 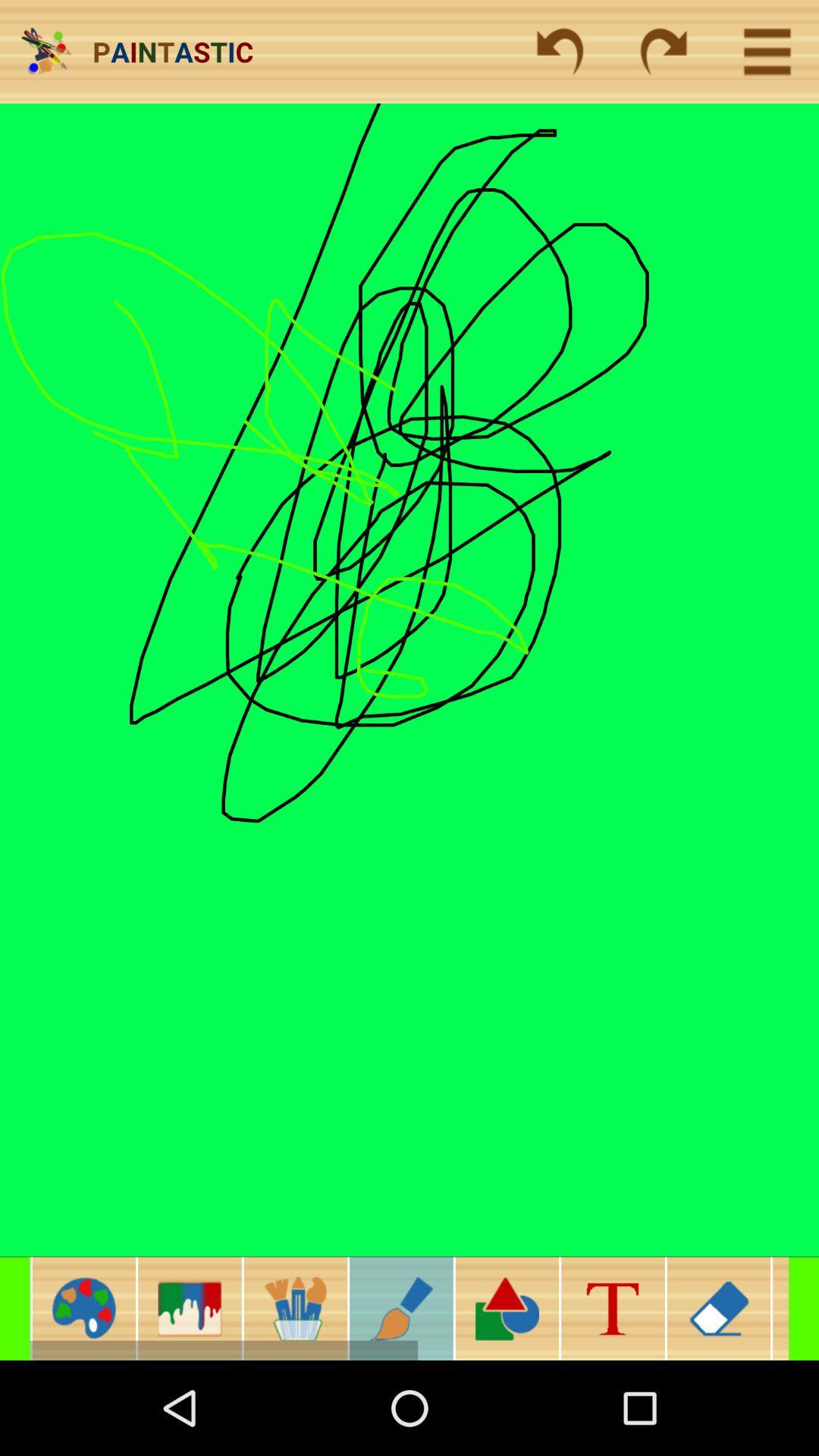 I want to click on the menu icon, so click(x=780, y=1307).